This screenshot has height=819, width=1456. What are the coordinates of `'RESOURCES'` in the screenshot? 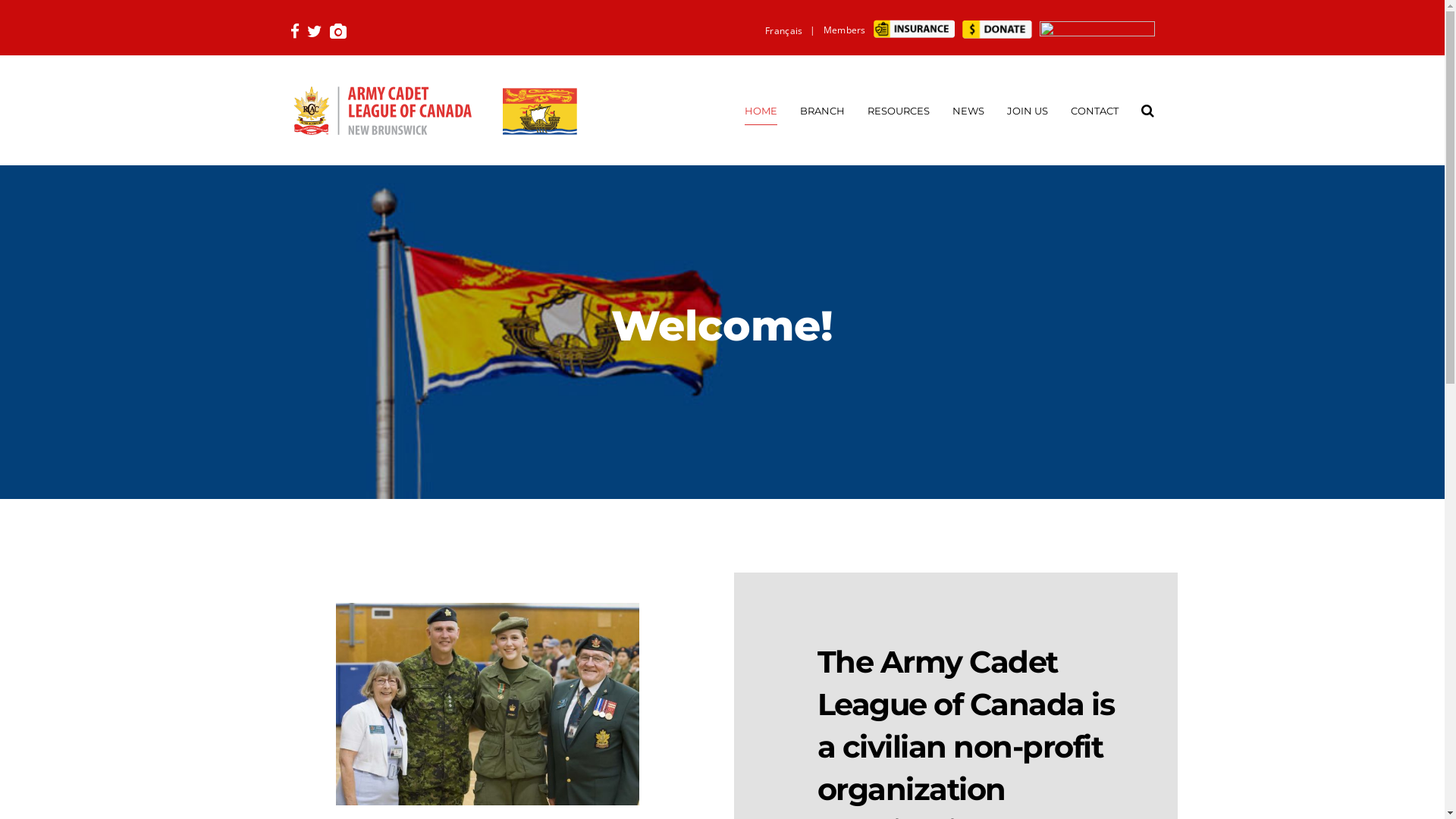 It's located at (899, 109).